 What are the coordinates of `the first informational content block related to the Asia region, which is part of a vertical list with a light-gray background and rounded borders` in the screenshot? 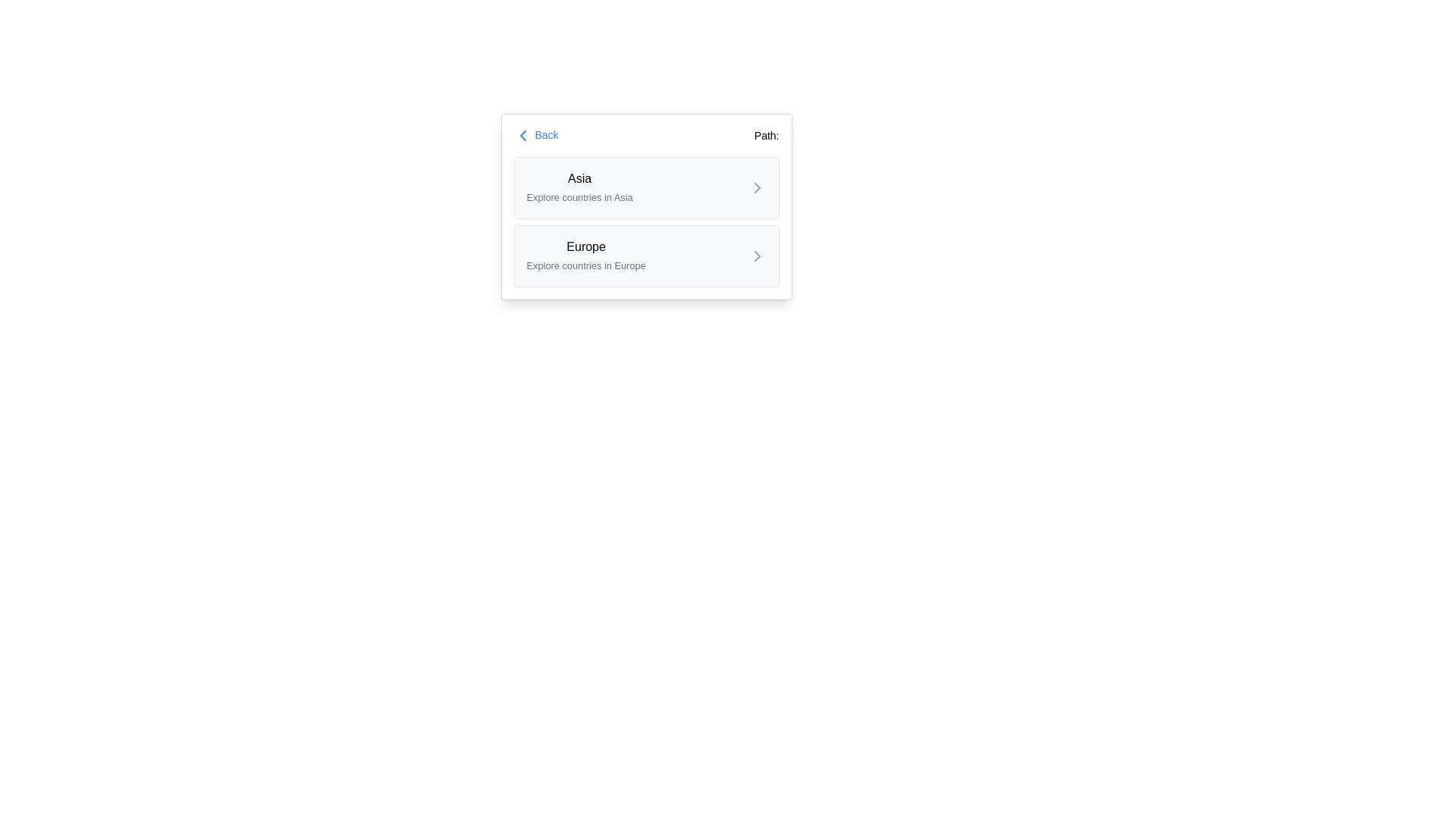 It's located at (579, 187).